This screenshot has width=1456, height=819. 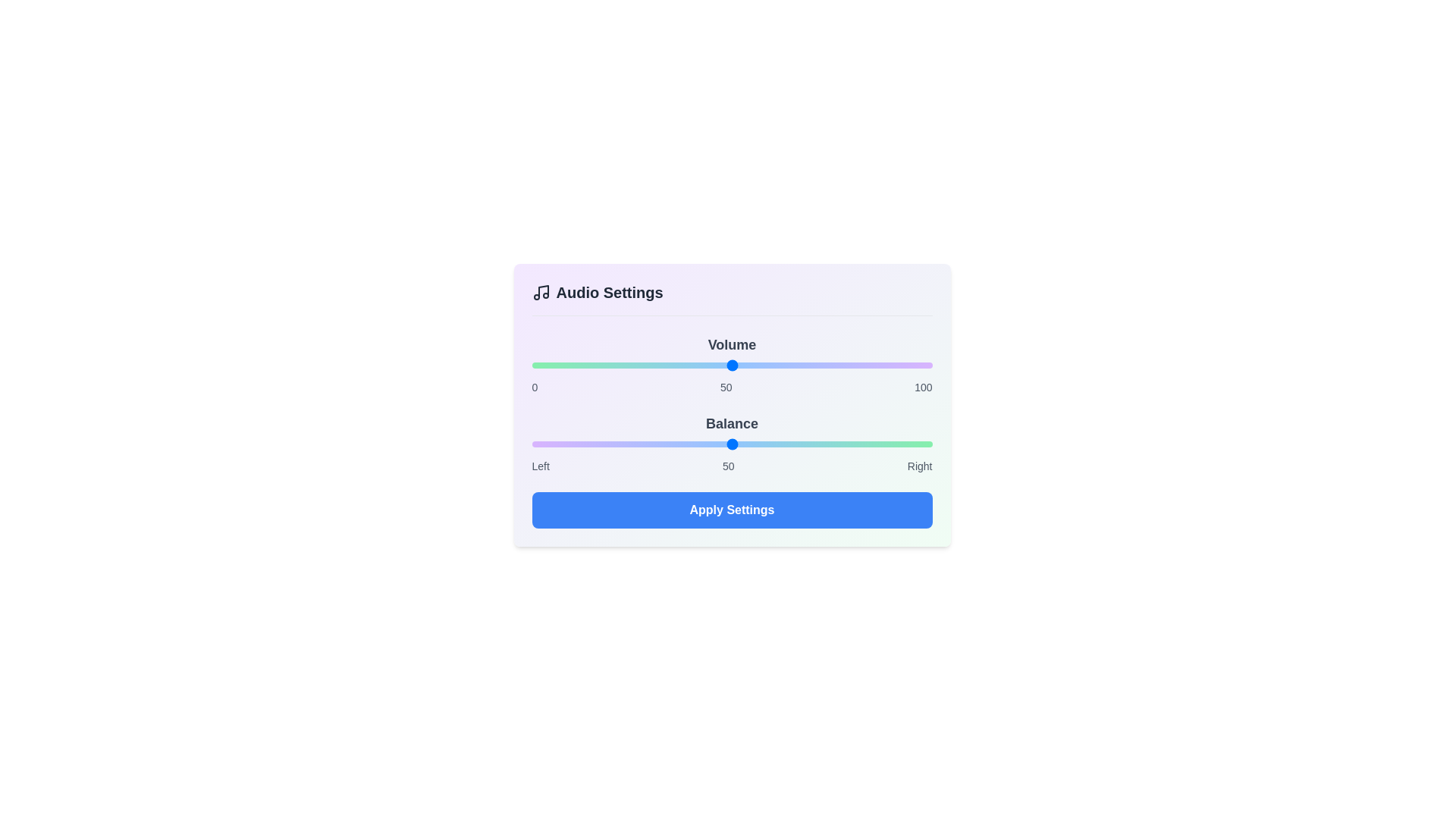 I want to click on text displayed on the text label indicating balance settings, which shows 'Left', '50', and 'Right' below the balance progress bar, so click(x=732, y=465).